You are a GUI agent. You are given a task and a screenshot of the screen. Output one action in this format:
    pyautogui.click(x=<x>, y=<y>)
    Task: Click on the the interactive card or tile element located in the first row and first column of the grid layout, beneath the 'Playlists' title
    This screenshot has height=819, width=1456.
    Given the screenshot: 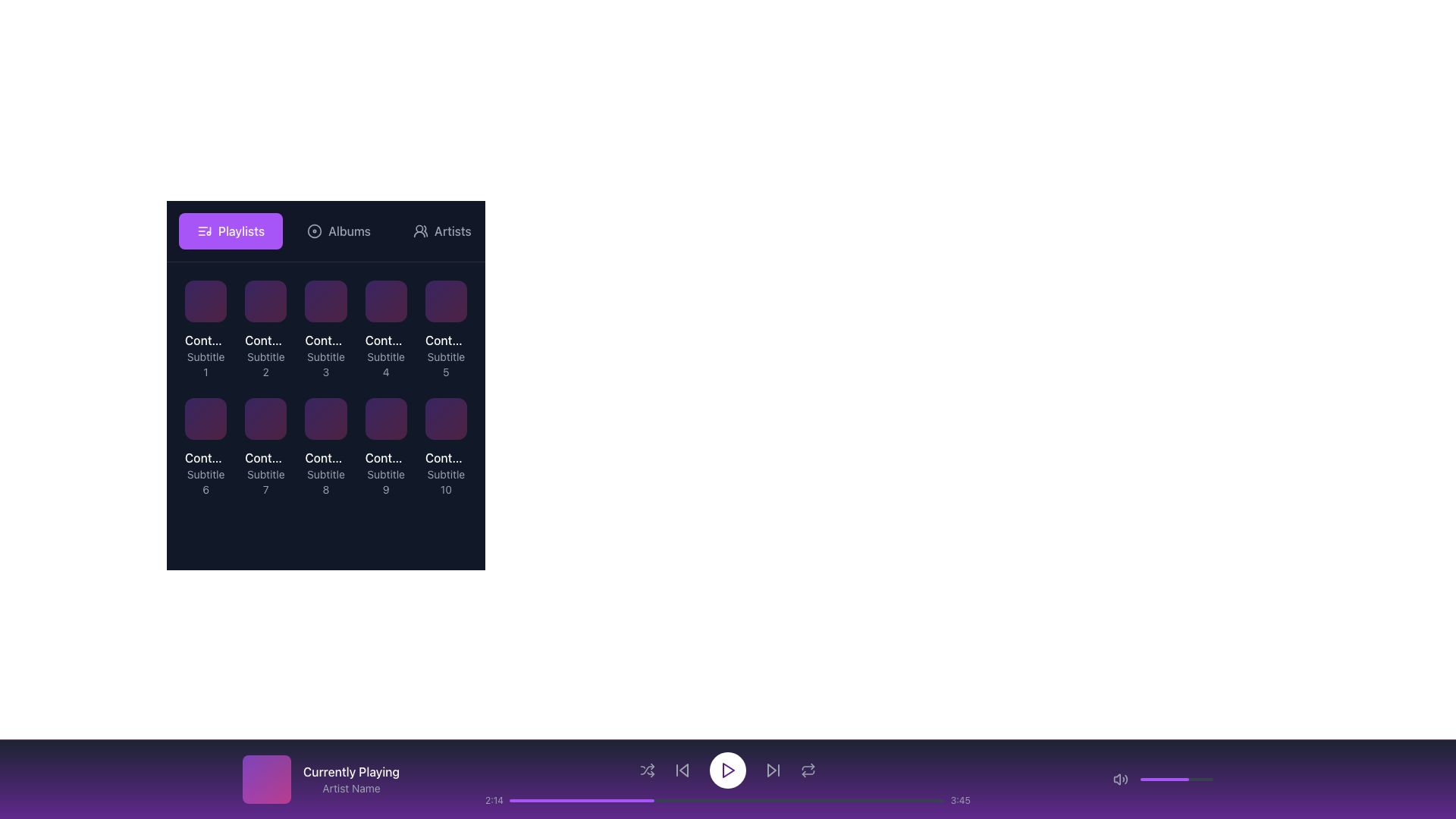 What is the action you would take?
    pyautogui.click(x=205, y=301)
    